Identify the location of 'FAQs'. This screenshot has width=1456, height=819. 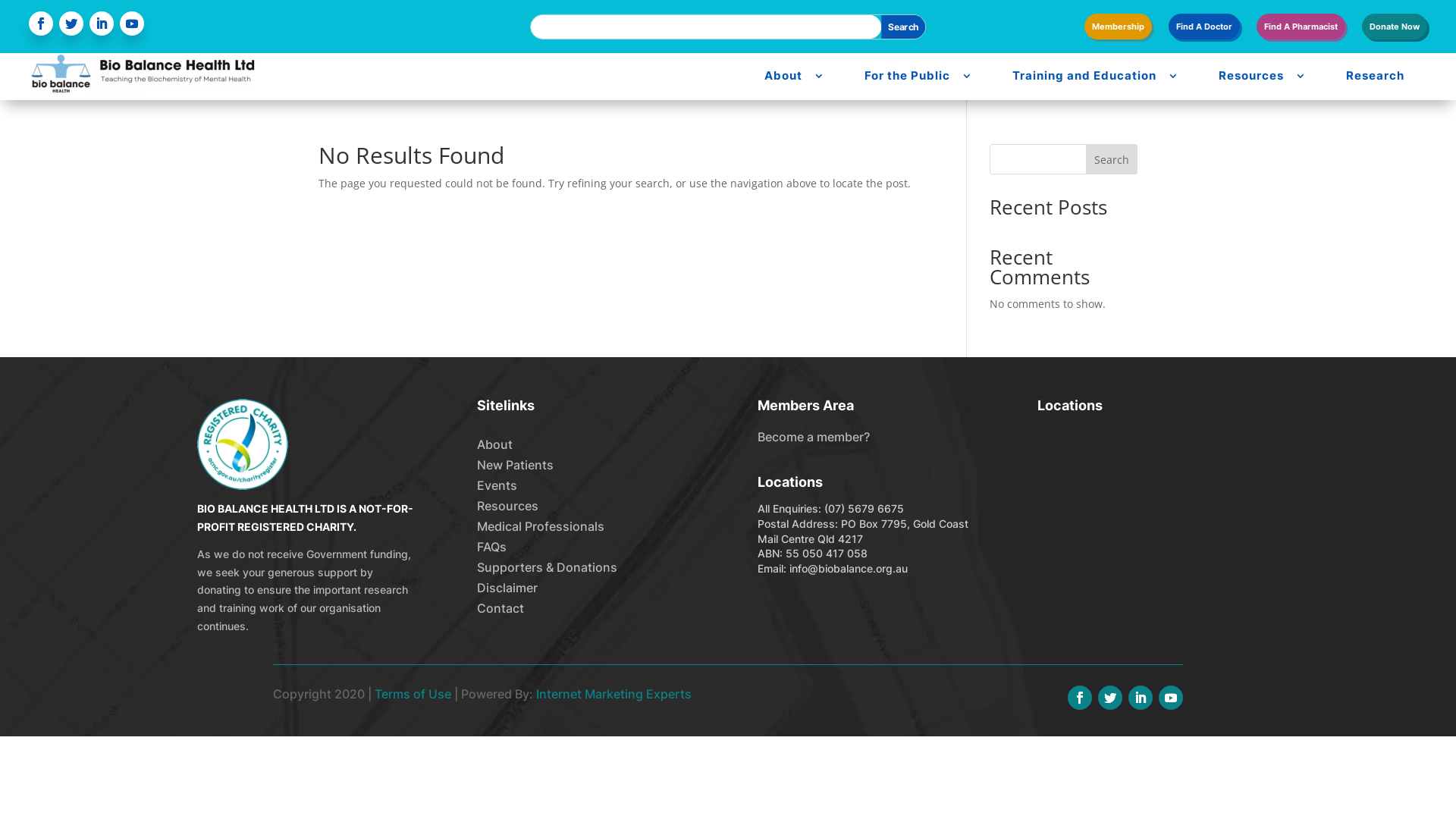
(491, 547).